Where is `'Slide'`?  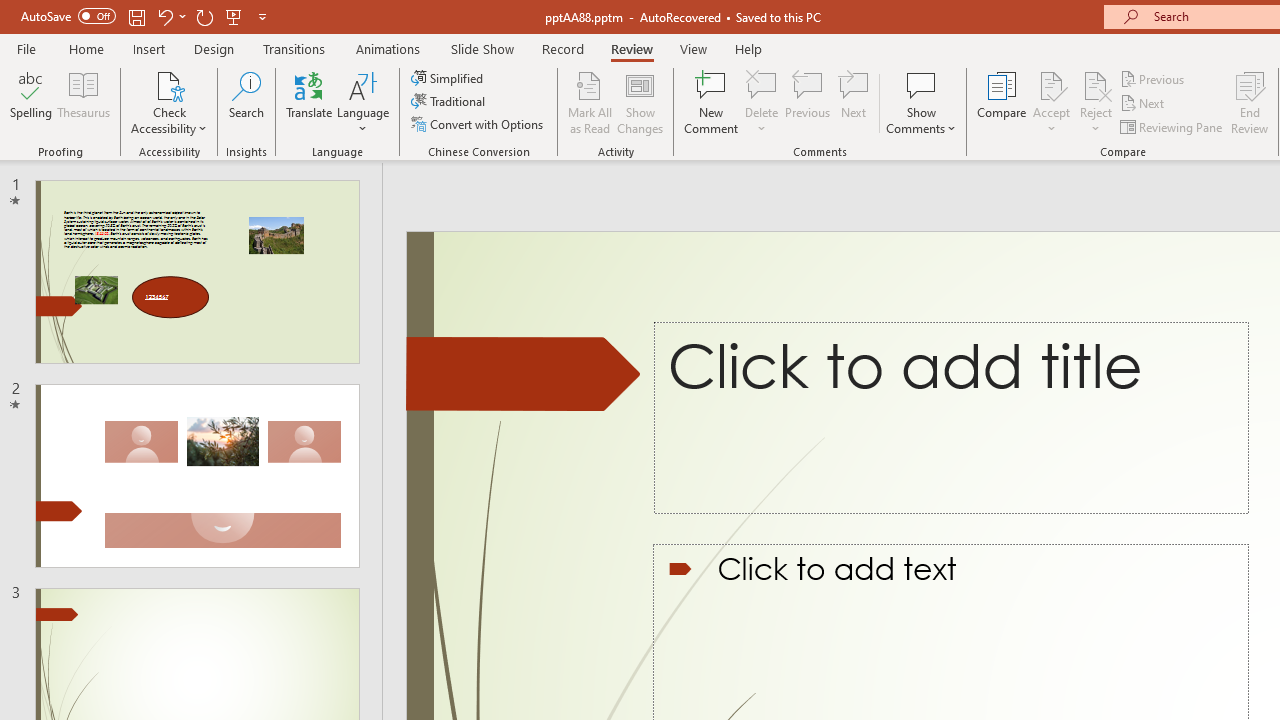
'Slide' is located at coordinates (197, 476).